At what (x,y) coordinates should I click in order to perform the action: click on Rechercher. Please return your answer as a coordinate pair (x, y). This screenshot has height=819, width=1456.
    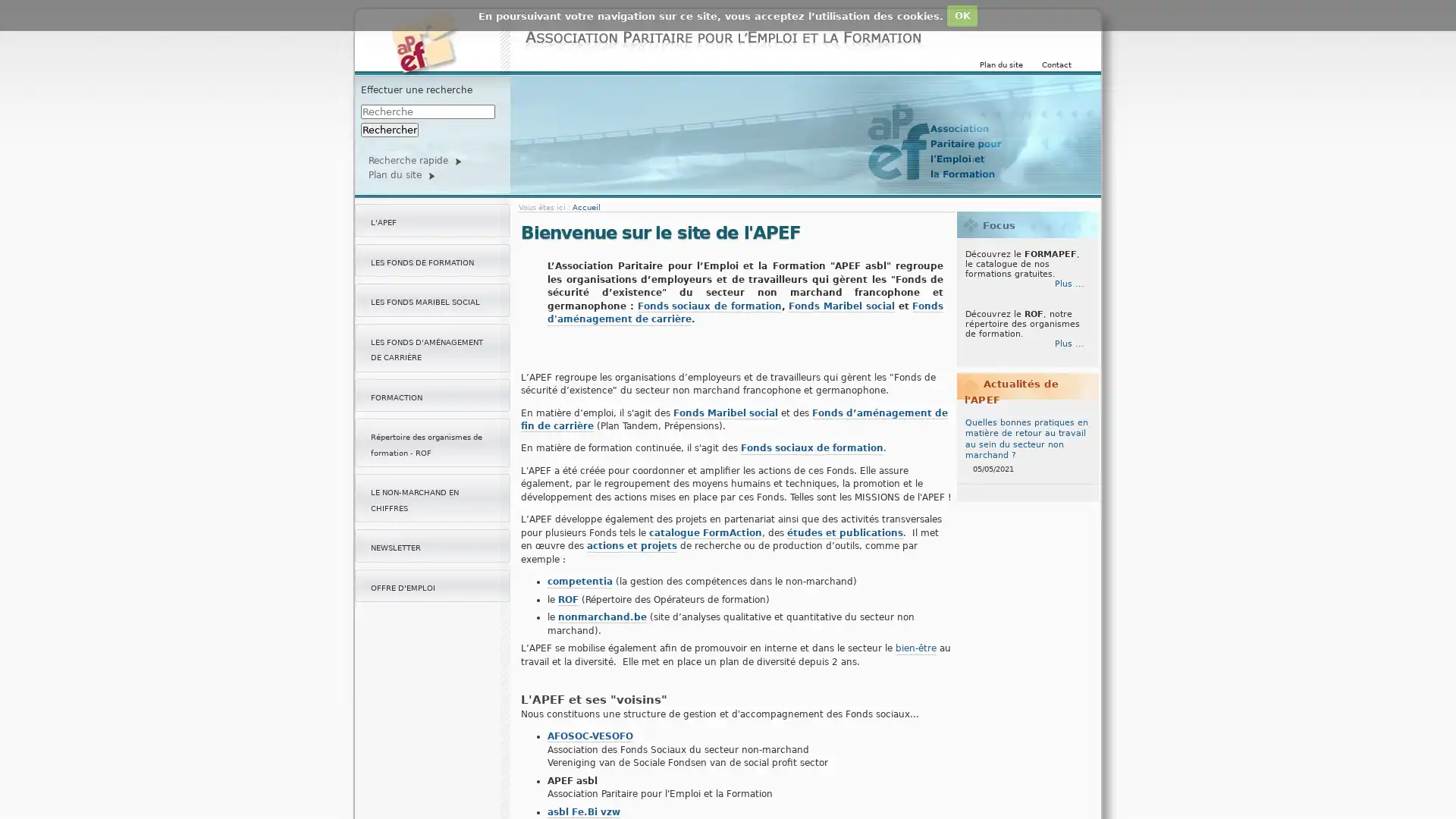
    Looking at the image, I should click on (389, 129).